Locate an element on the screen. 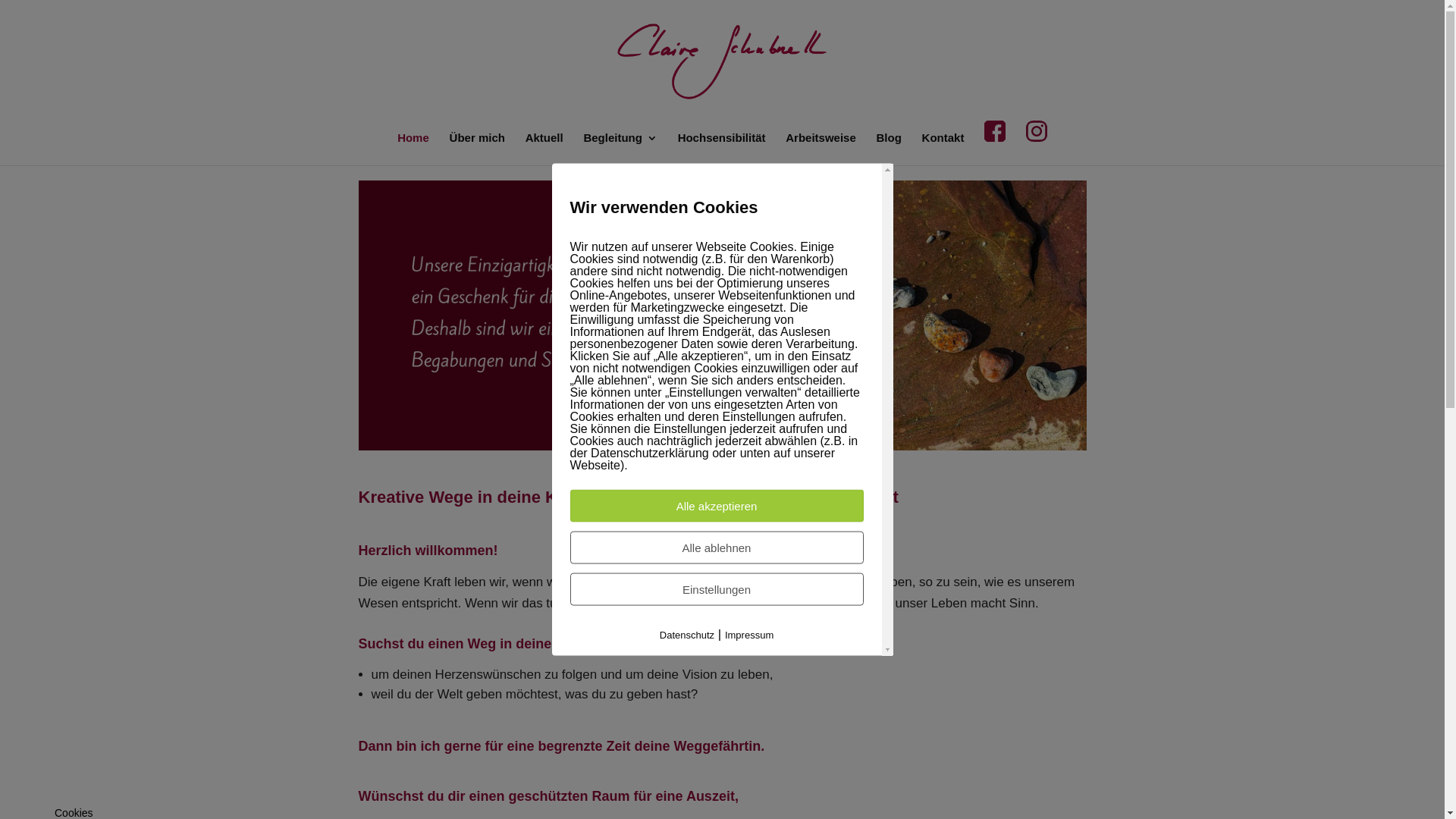  'Impressum' is located at coordinates (749, 635).